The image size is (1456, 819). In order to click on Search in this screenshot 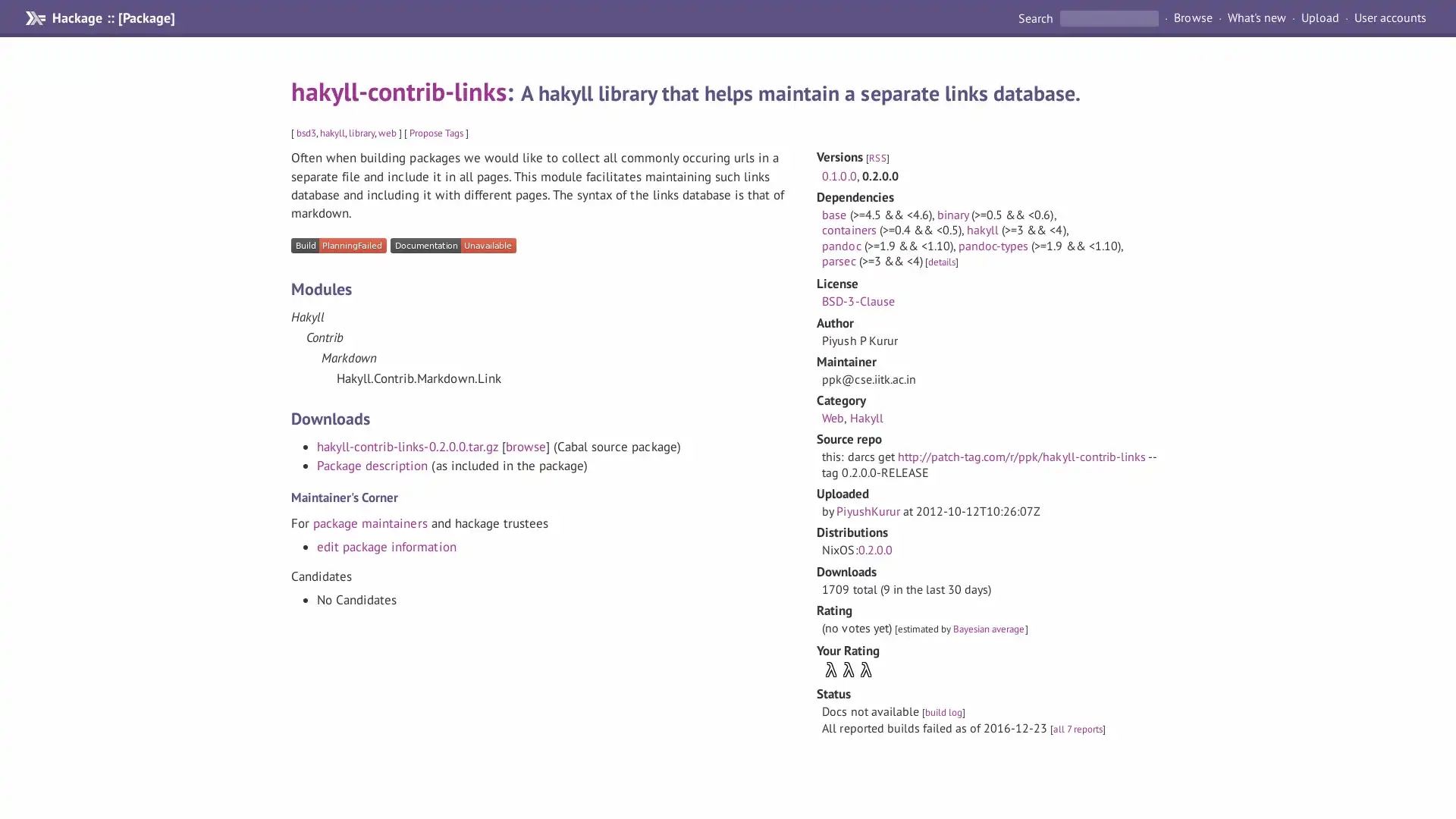, I will do `click(1036, 17)`.